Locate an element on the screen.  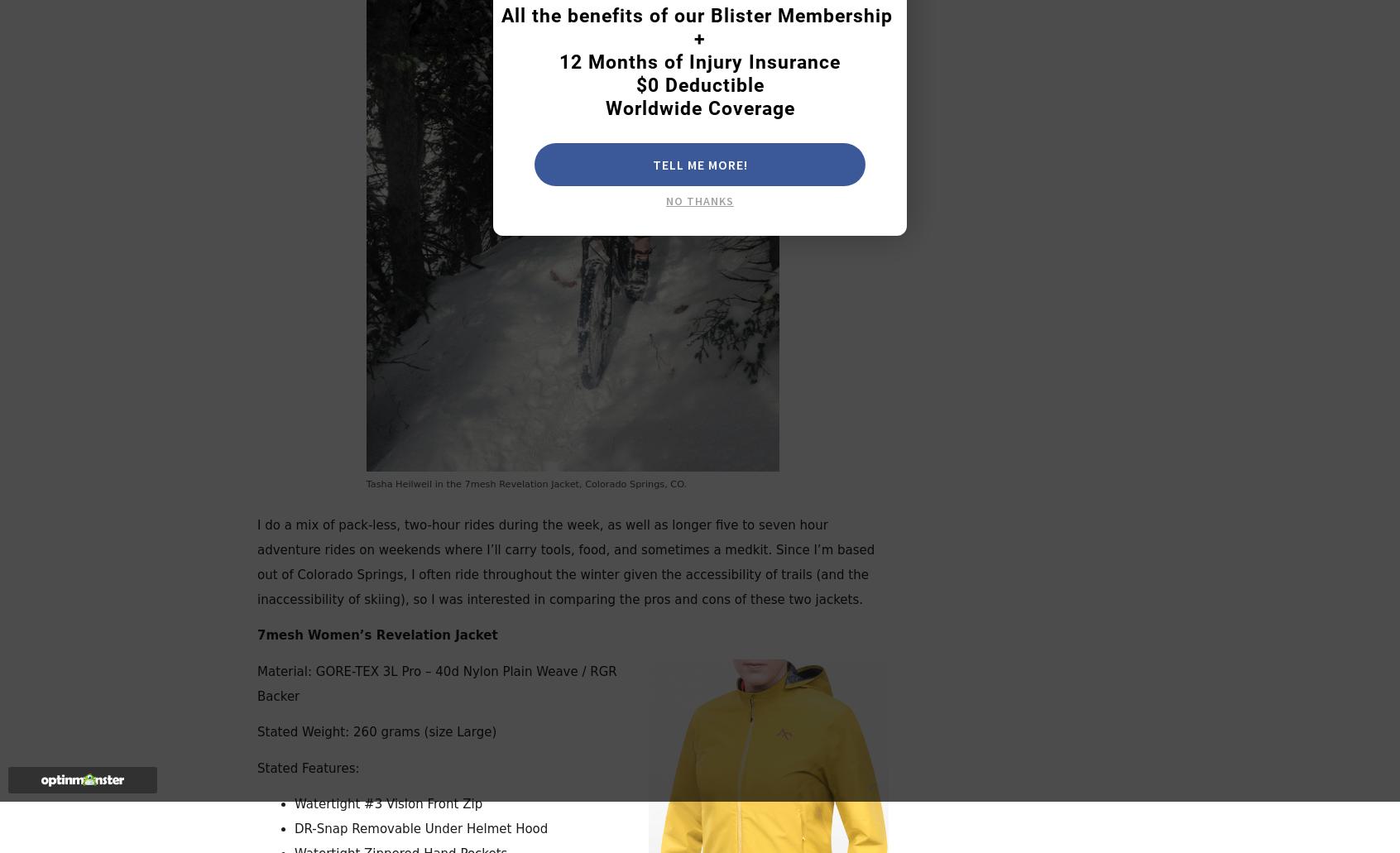
'+' is located at coordinates (694, 39).